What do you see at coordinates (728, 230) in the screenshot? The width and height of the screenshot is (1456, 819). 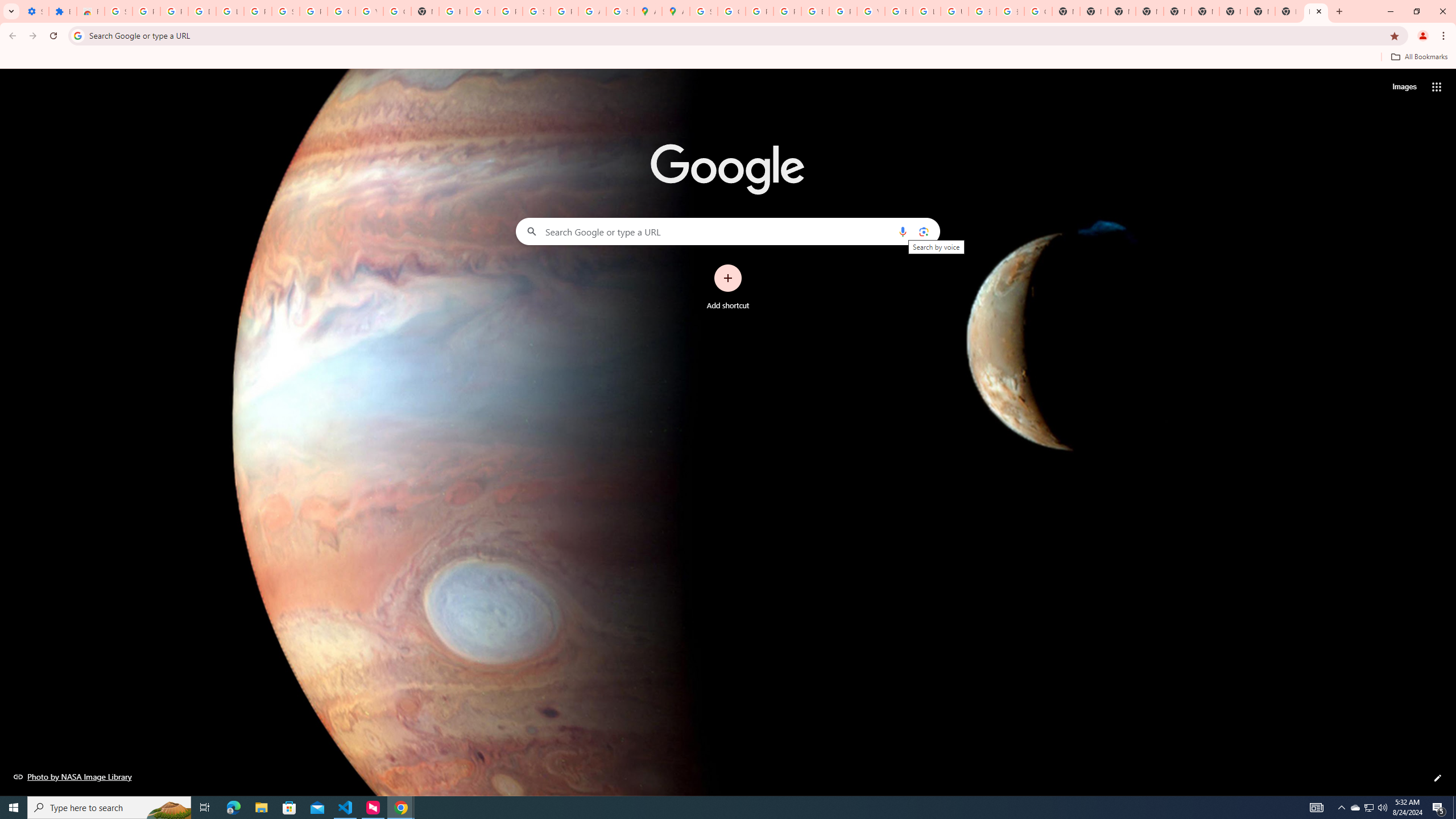 I see `'Search Google or type a URL'` at bounding box center [728, 230].